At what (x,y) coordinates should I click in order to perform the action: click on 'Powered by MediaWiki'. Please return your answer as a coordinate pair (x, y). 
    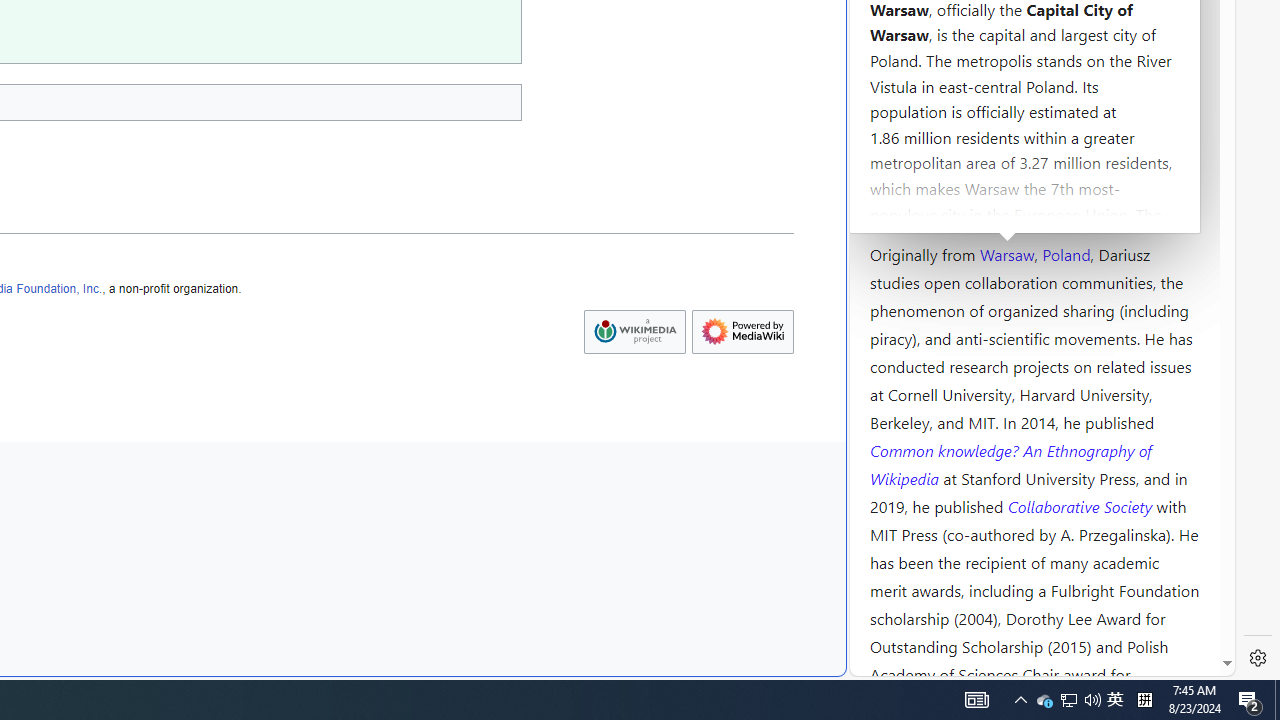
    Looking at the image, I should click on (742, 330).